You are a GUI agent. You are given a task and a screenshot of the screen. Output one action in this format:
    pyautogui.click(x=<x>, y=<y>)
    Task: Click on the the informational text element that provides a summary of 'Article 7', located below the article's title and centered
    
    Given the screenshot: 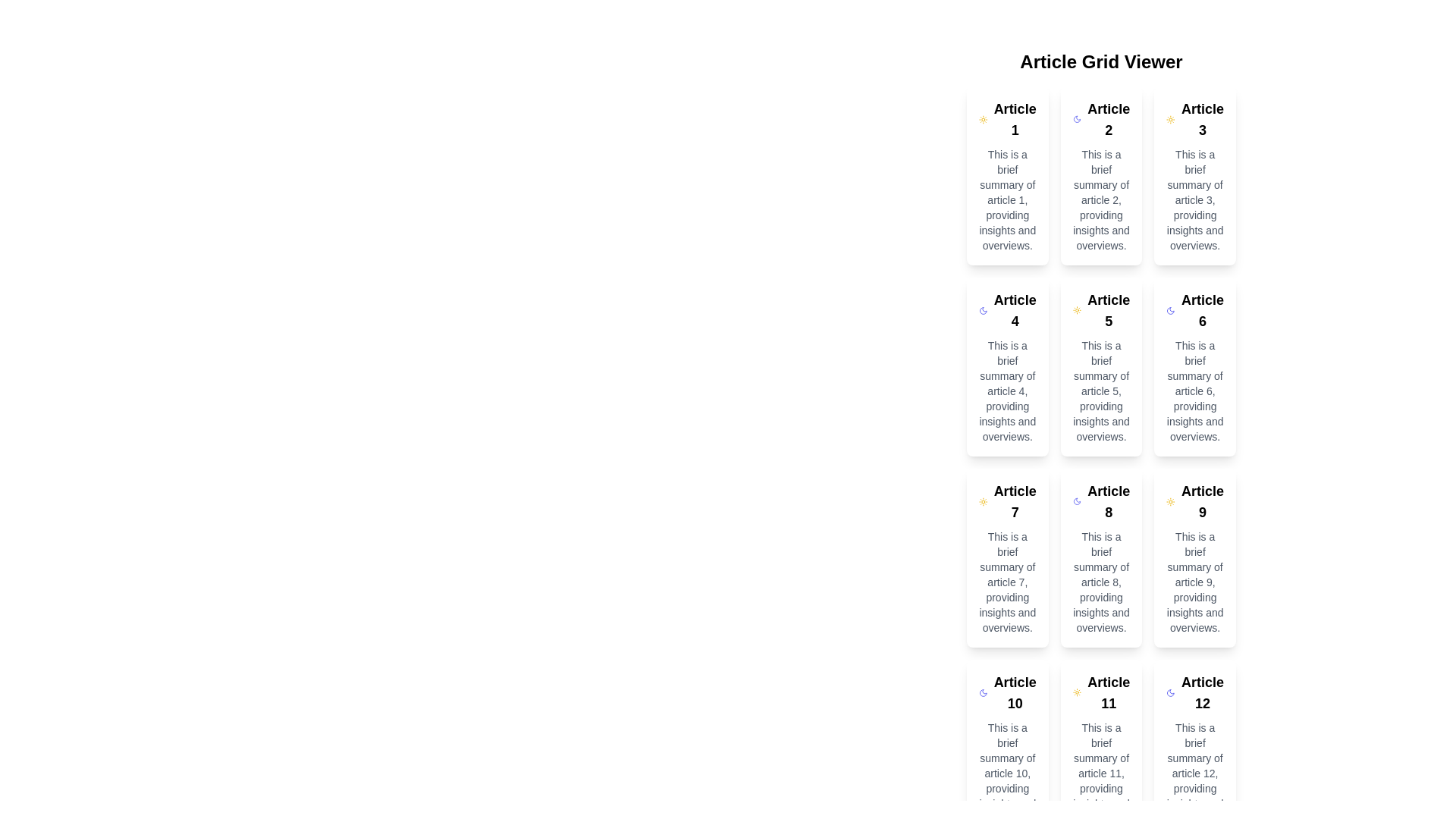 What is the action you would take?
    pyautogui.click(x=1007, y=581)
    